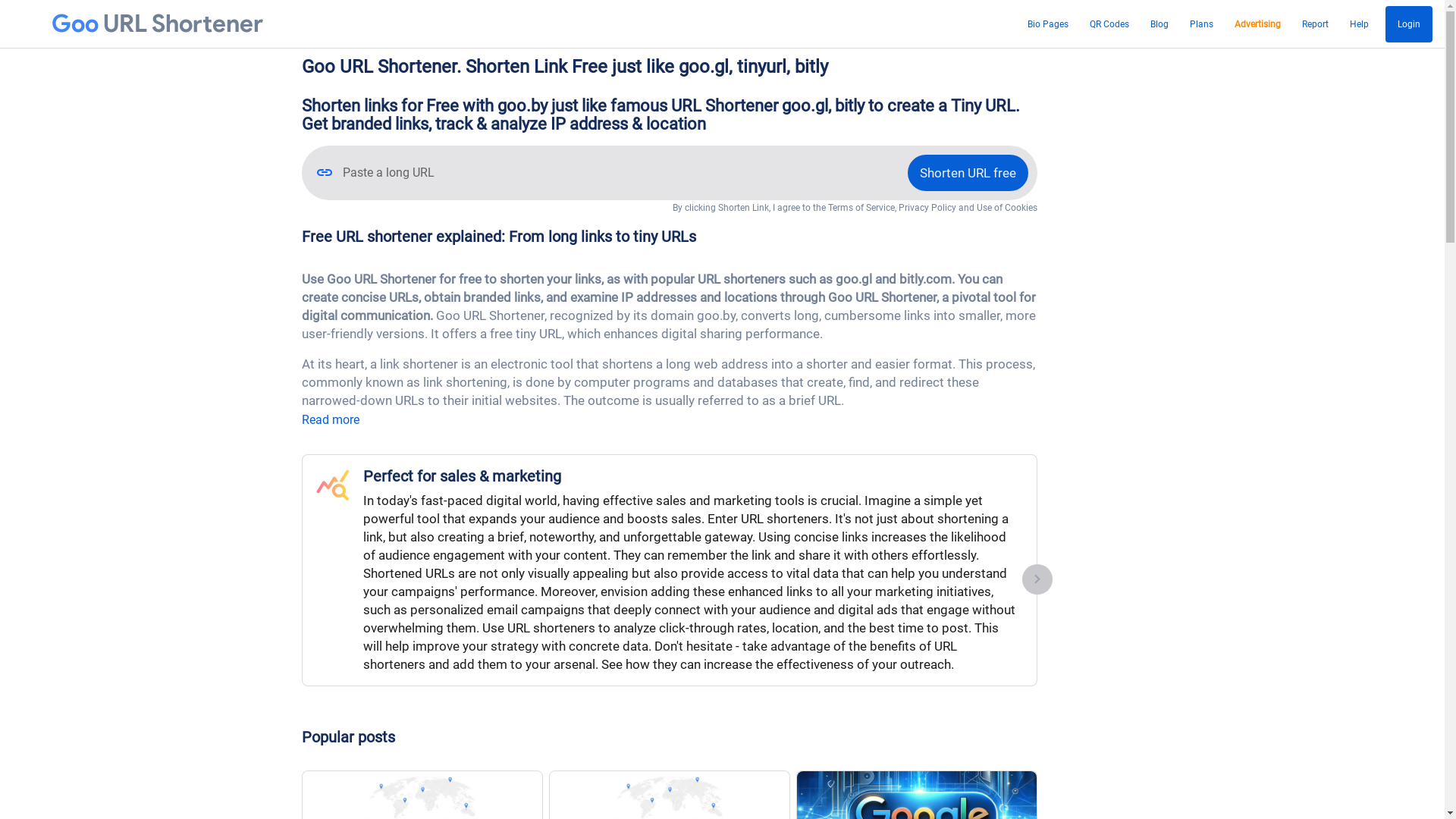 This screenshot has height=819, width=1456. Describe the element at coordinates (1084, 24) in the screenshot. I see `'QR Codes'` at that location.